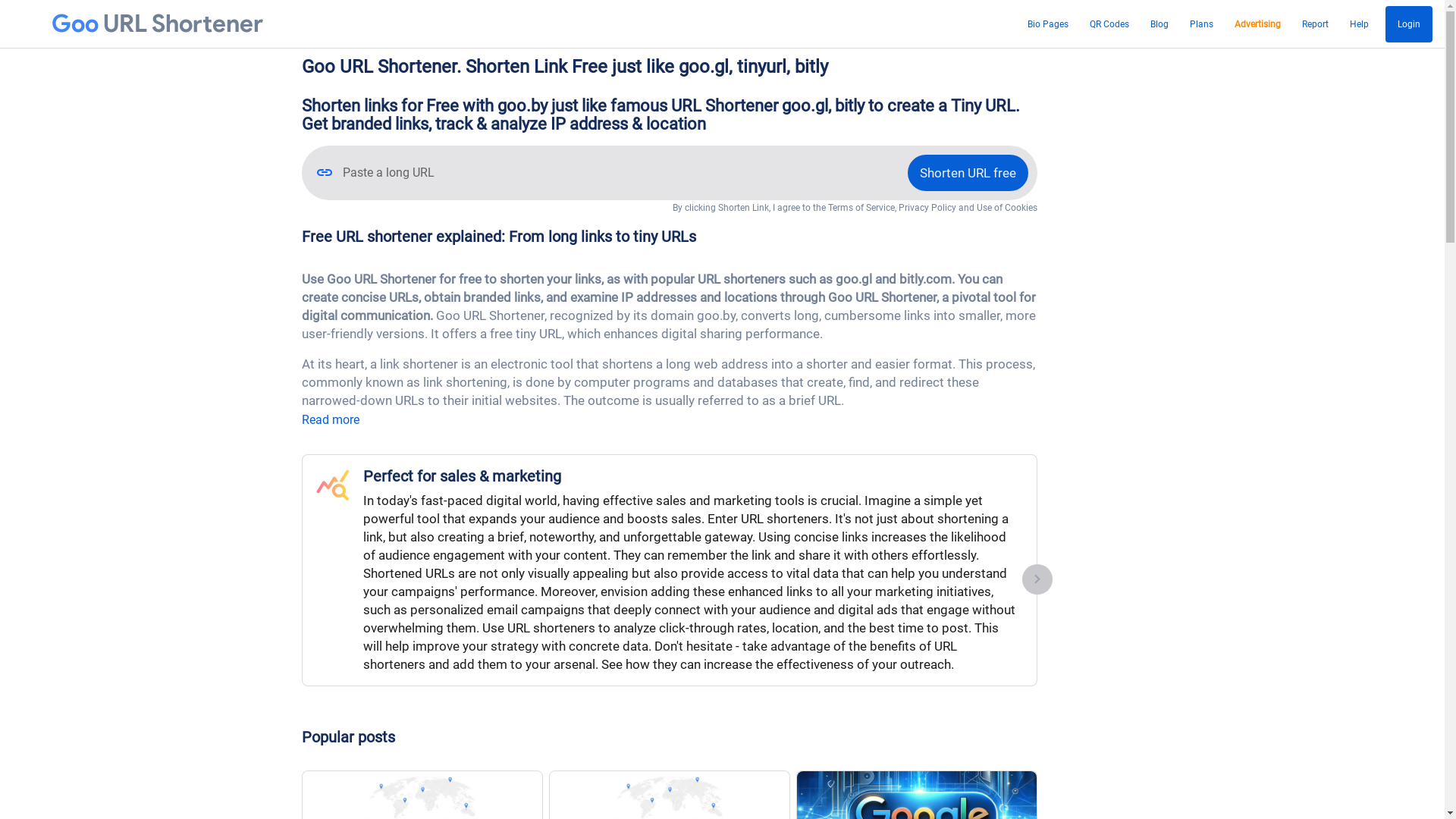 This screenshot has height=819, width=1456. Describe the element at coordinates (1084, 24) in the screenshot. I see `'QR Codes'` at that location.